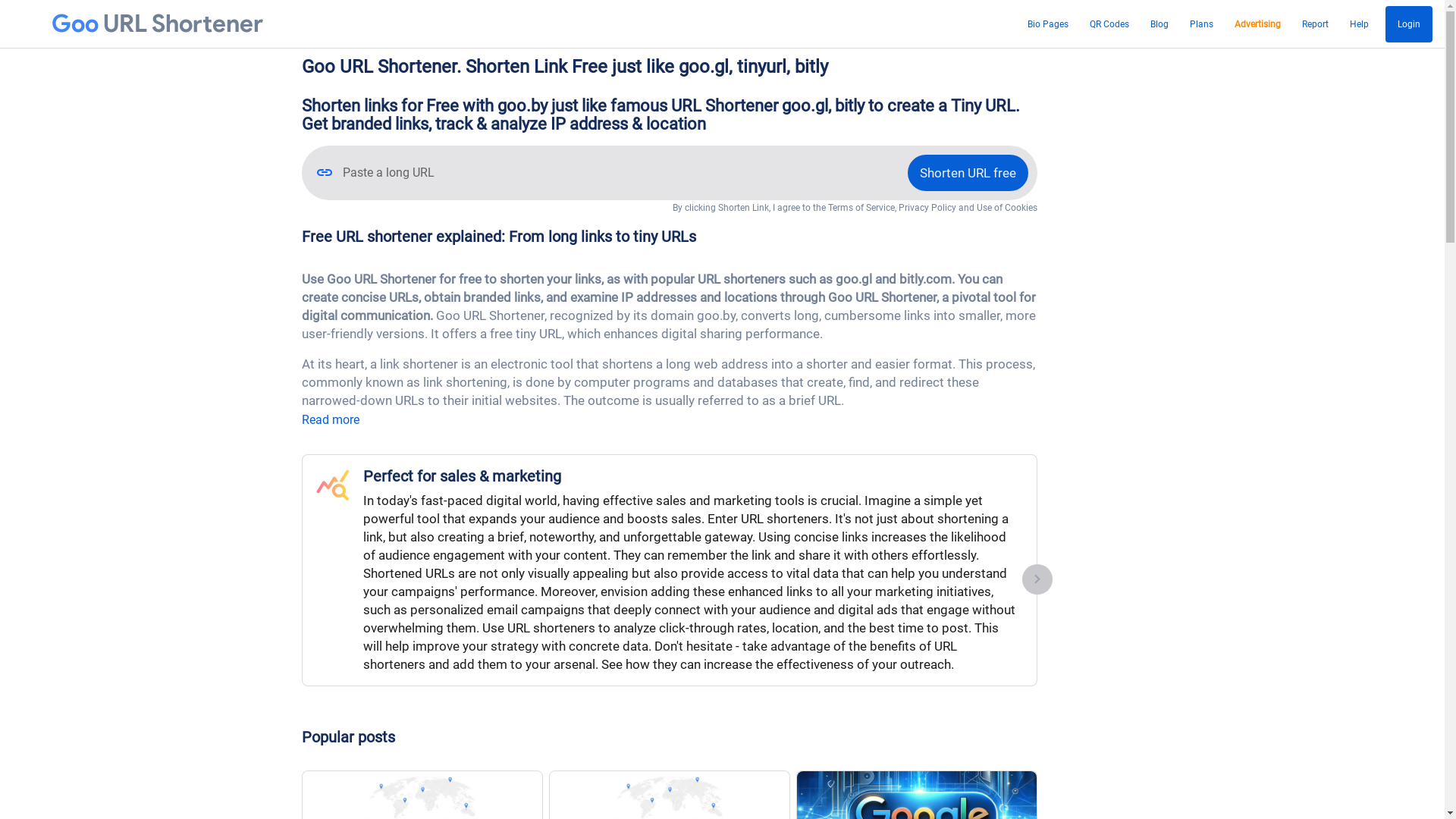 This screenshot has height=819, width=1456. Describe the element at coordinates (1084, 24) in the screenshot. I see `'QR Codes'` at that location.